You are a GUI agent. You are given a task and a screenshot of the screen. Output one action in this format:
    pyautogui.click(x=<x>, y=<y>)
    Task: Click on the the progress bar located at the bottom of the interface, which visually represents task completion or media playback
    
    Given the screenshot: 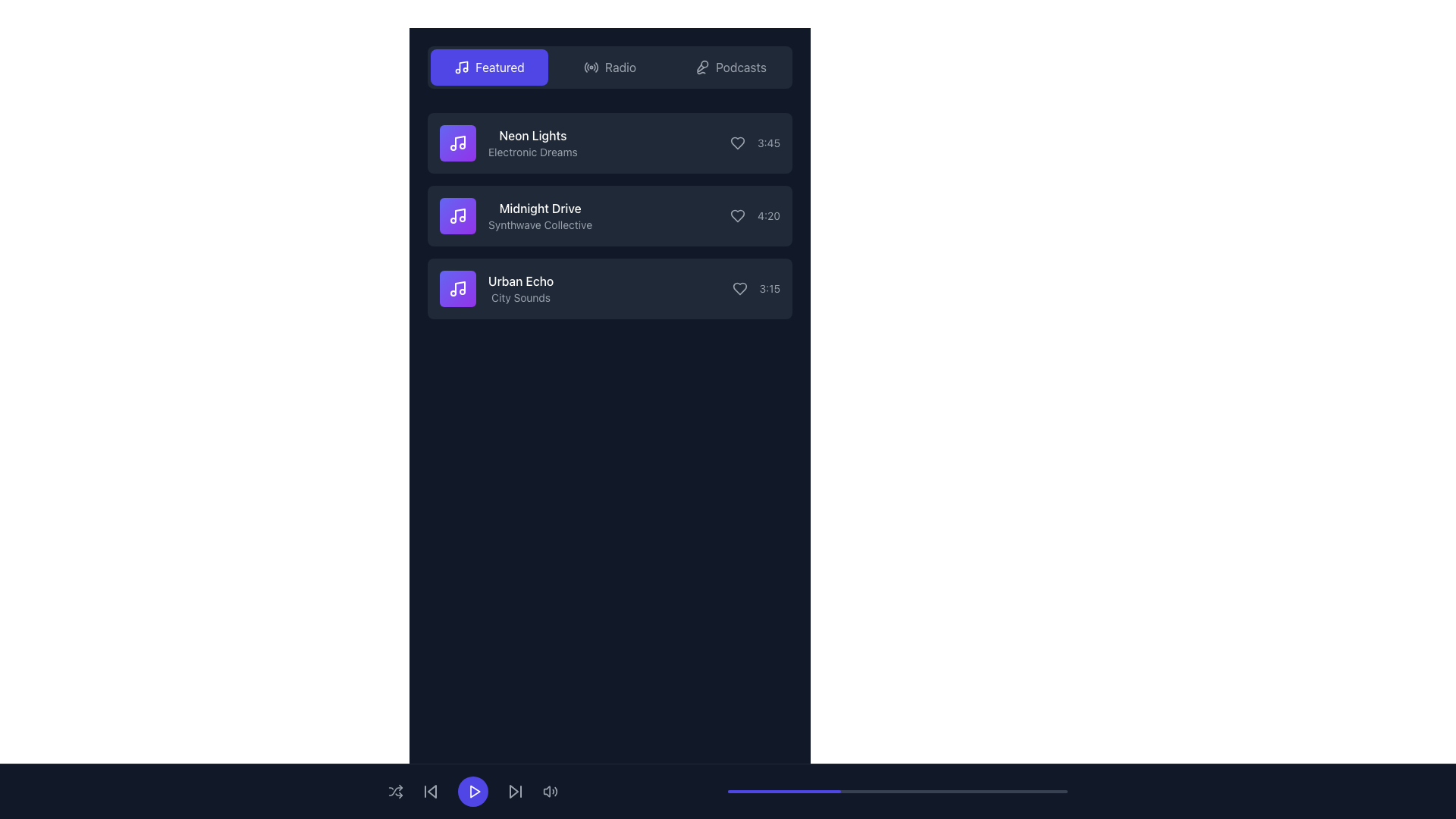 What is the action you would take?
    pyautogui.click(x=898, y=791)
    